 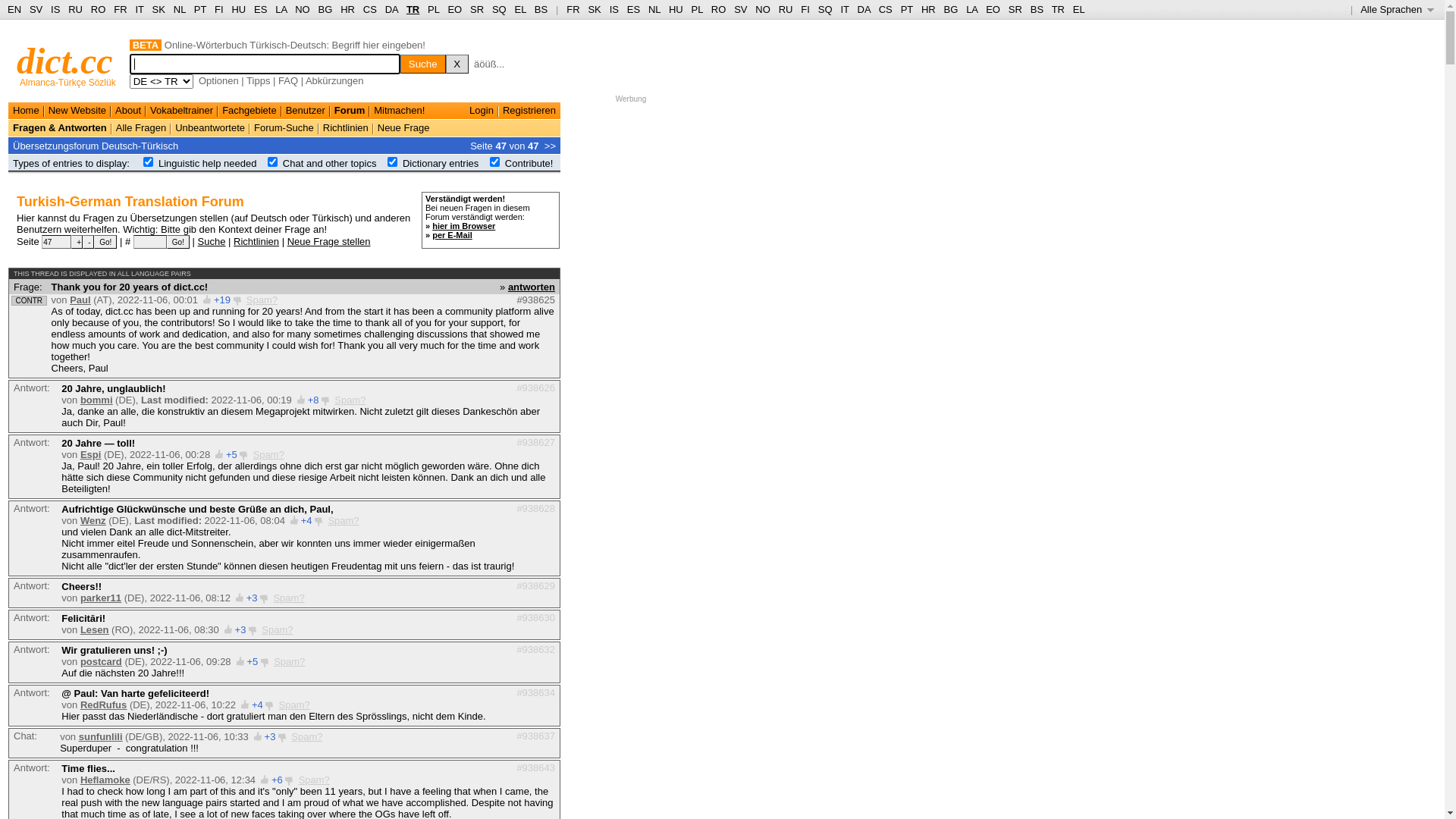 I want to click on 'on', so click(x=148, y=162).